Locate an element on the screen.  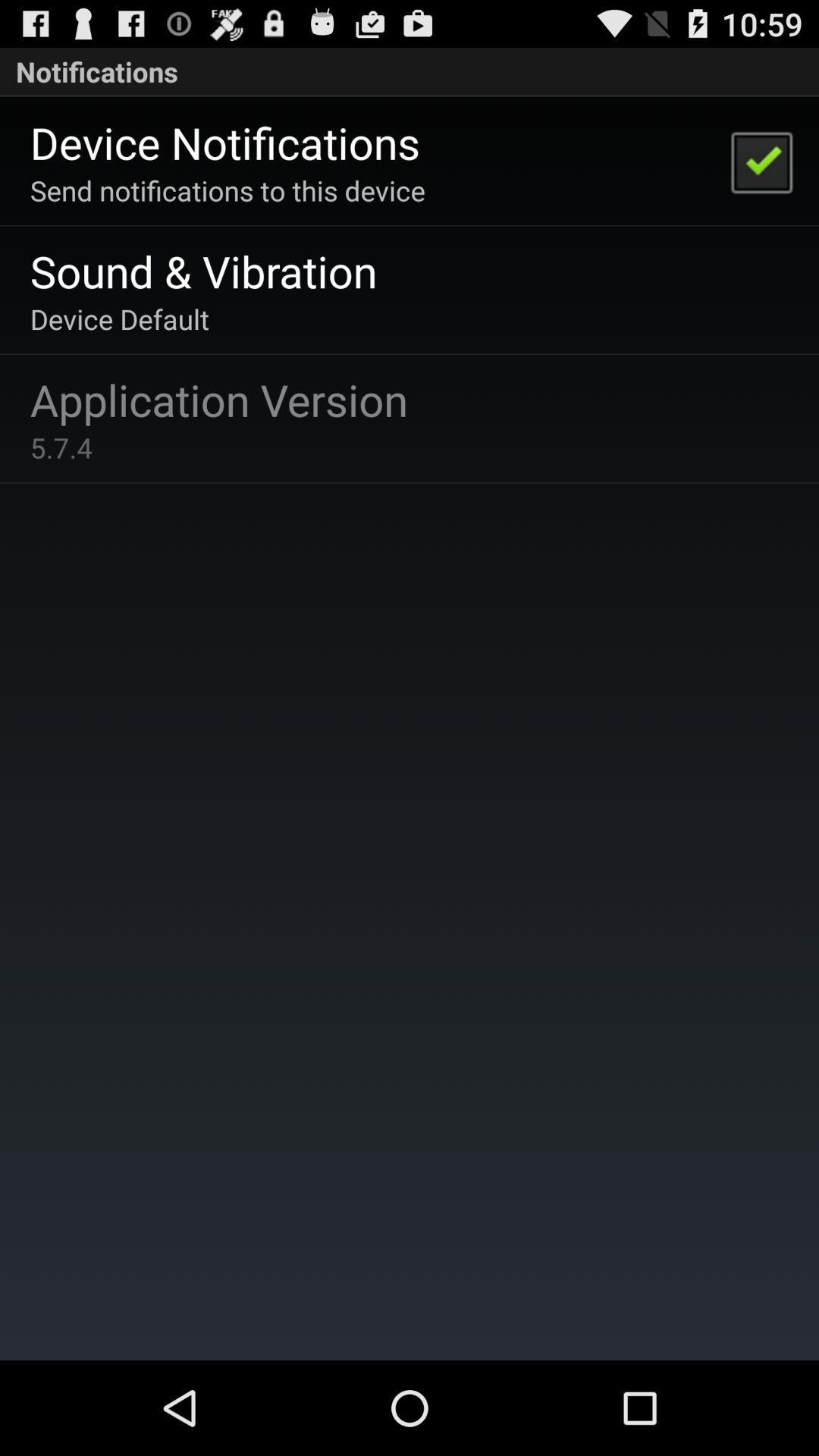
the send notifications to app is located at coordinates (227, 190).